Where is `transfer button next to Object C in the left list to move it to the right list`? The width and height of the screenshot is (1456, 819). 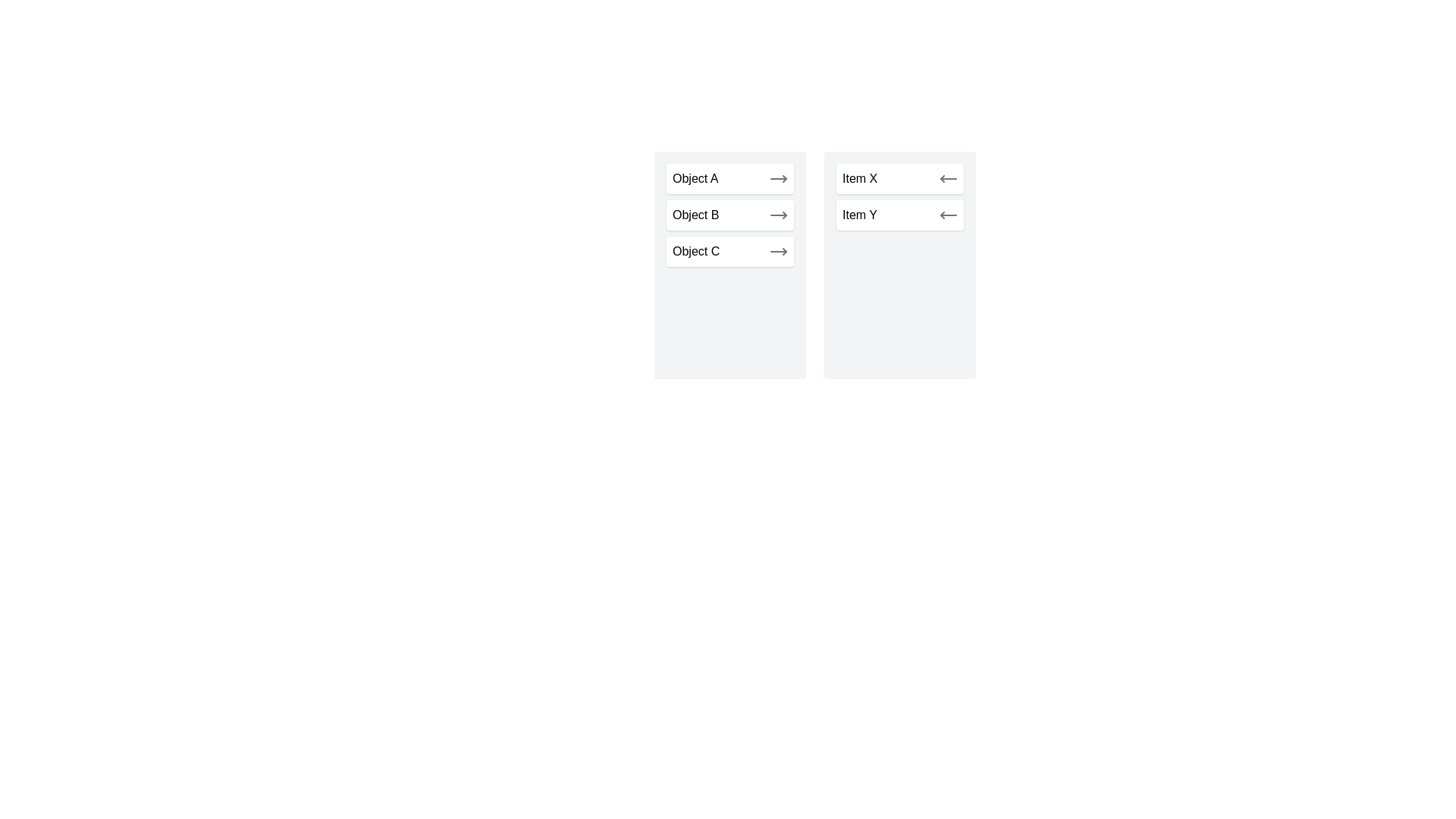
transfer button next to Object C in the left list to move it to the right list is located at coordinates (779, 250).